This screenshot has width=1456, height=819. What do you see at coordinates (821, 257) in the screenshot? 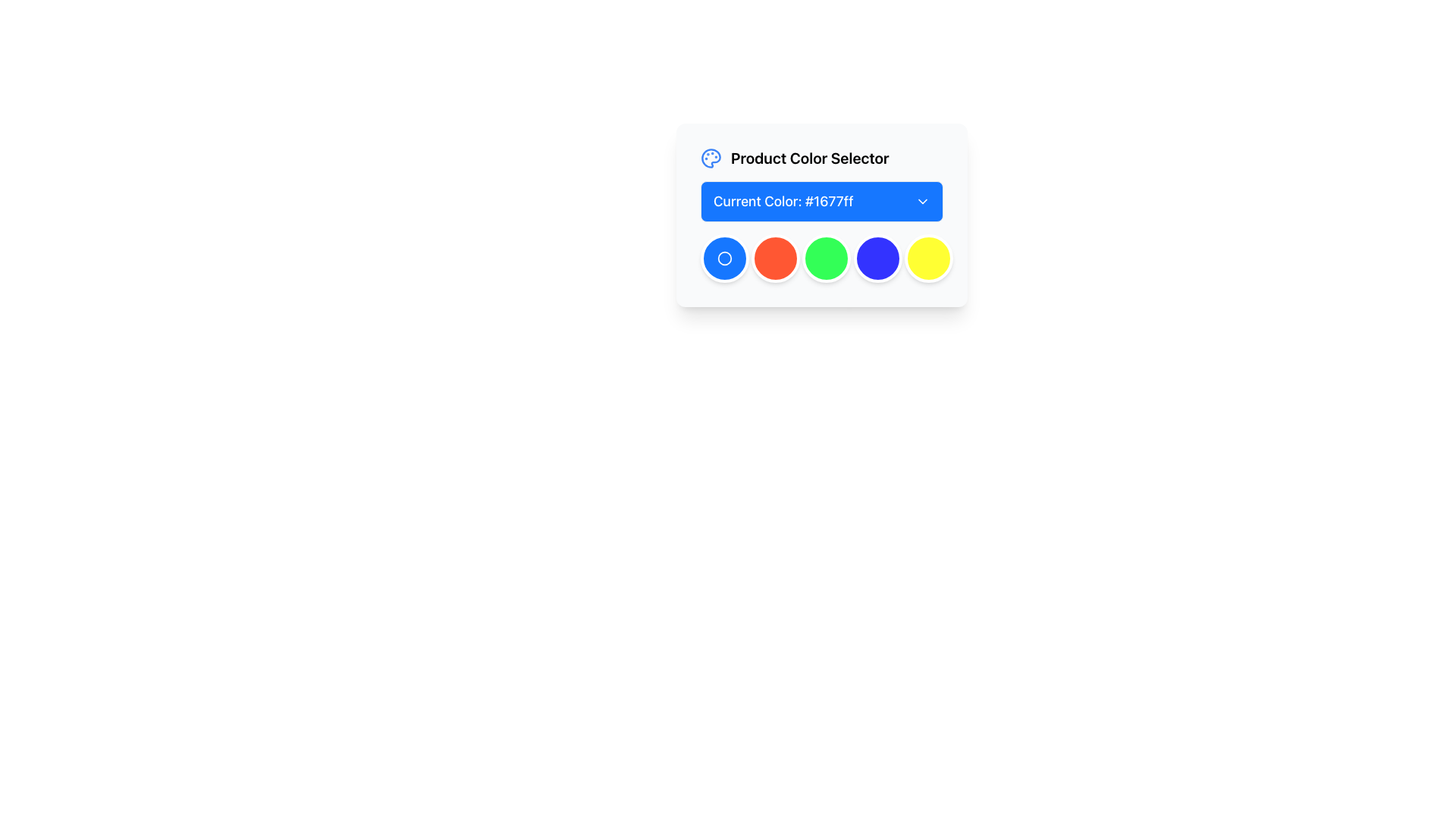
I see `a circle in the Grid of interactive buttons (circular selectors)` at bounding box center [821, 257].